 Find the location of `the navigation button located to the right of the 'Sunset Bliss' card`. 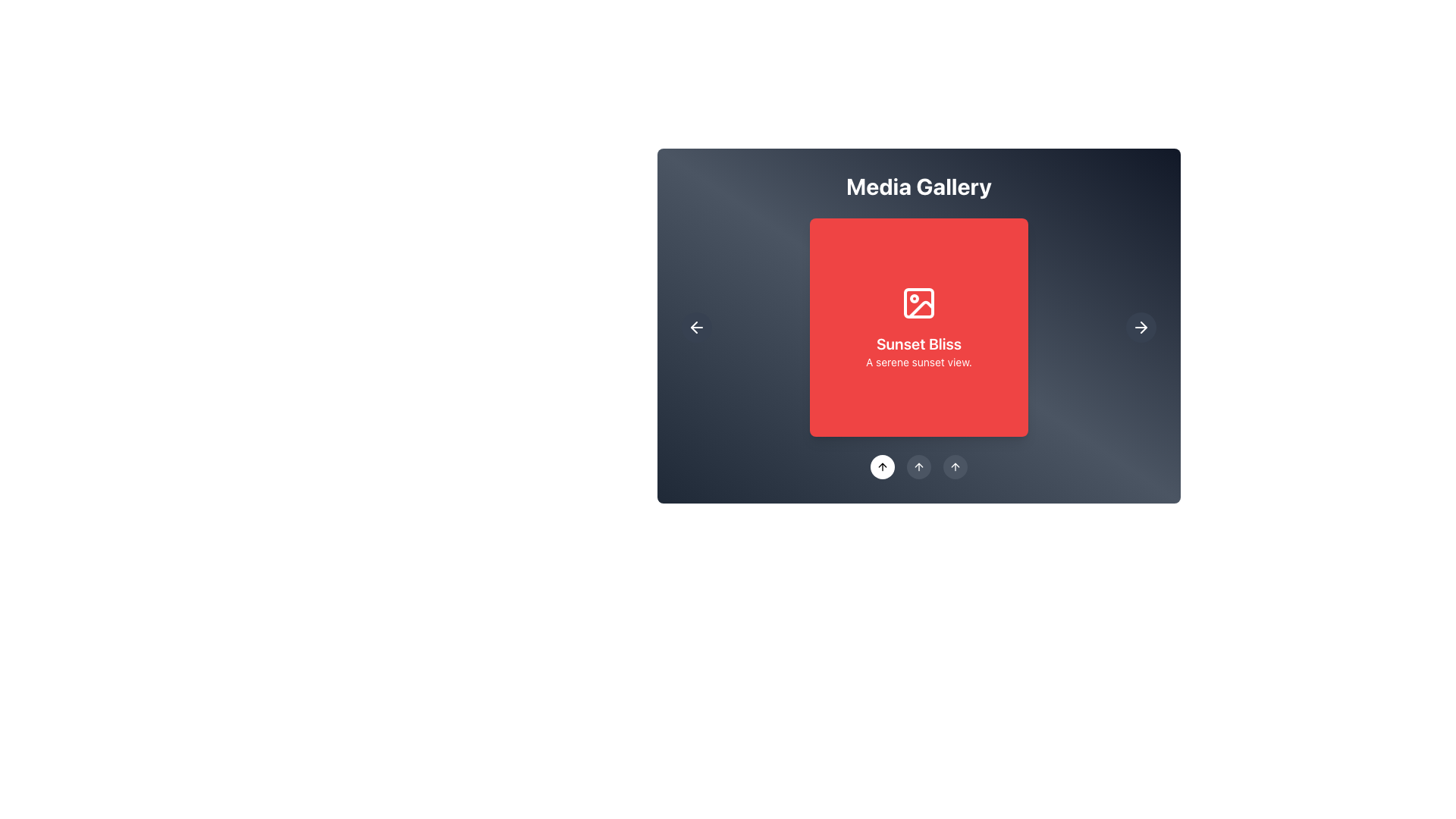

the navigation button located to the right of the 'Sunset Bliss' card is located at coordinates (1141, 327).